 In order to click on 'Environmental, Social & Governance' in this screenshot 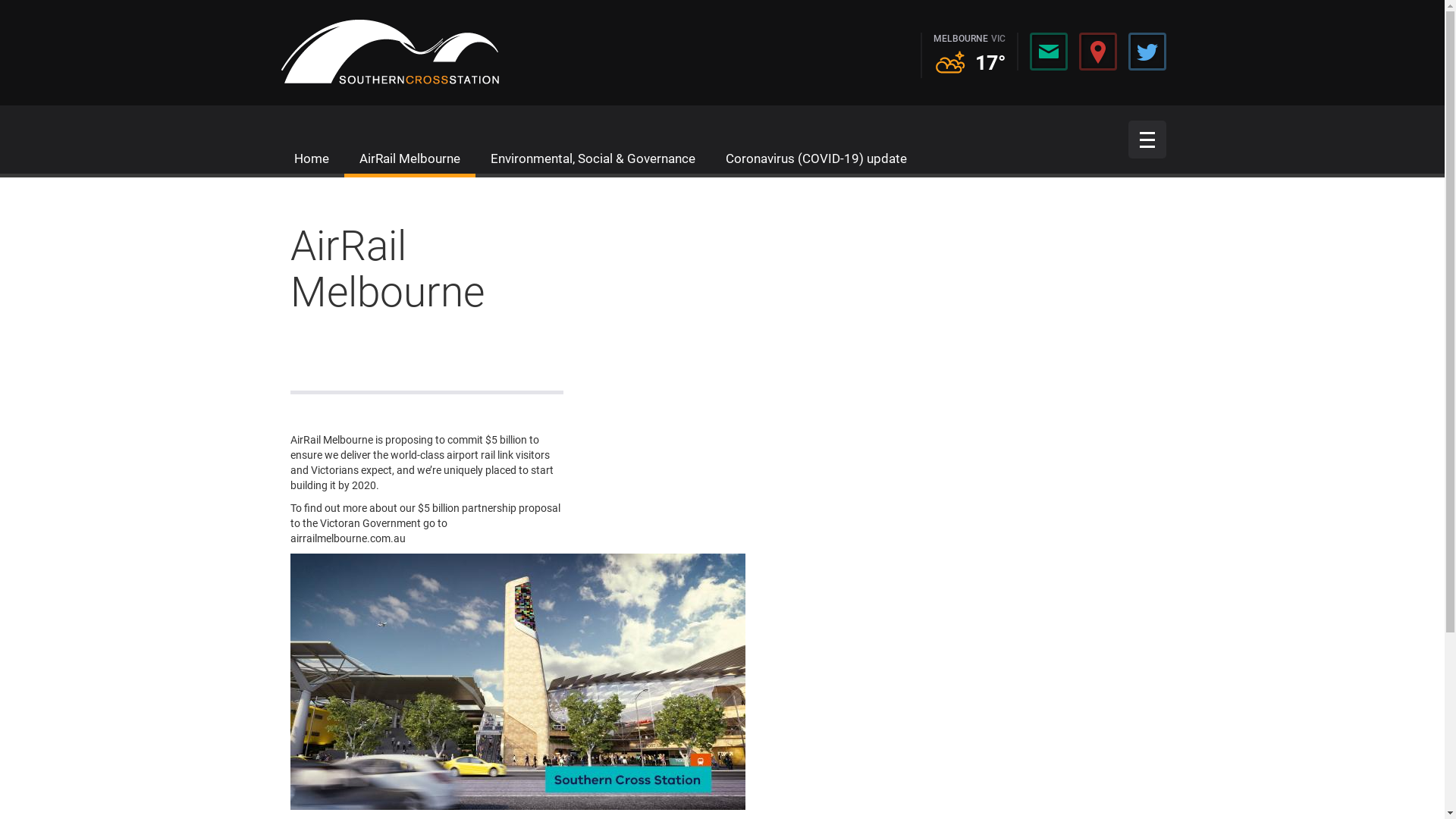, I will do `click(490, 158)`.